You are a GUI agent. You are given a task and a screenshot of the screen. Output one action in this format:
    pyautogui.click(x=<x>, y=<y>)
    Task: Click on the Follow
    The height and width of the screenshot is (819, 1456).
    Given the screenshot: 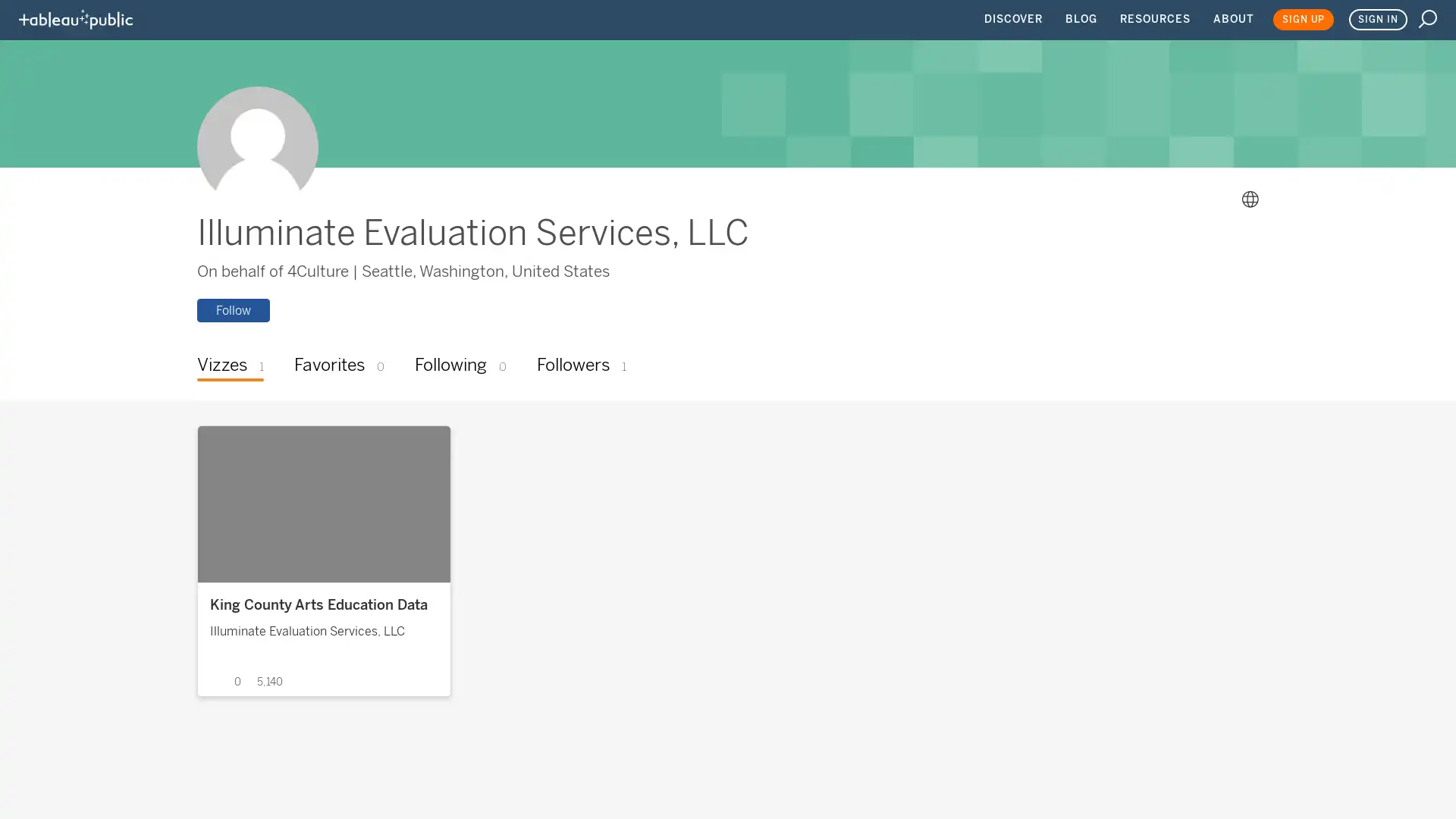 What is the action you would take?
    pyautogui.click(x=232, y=309)
    